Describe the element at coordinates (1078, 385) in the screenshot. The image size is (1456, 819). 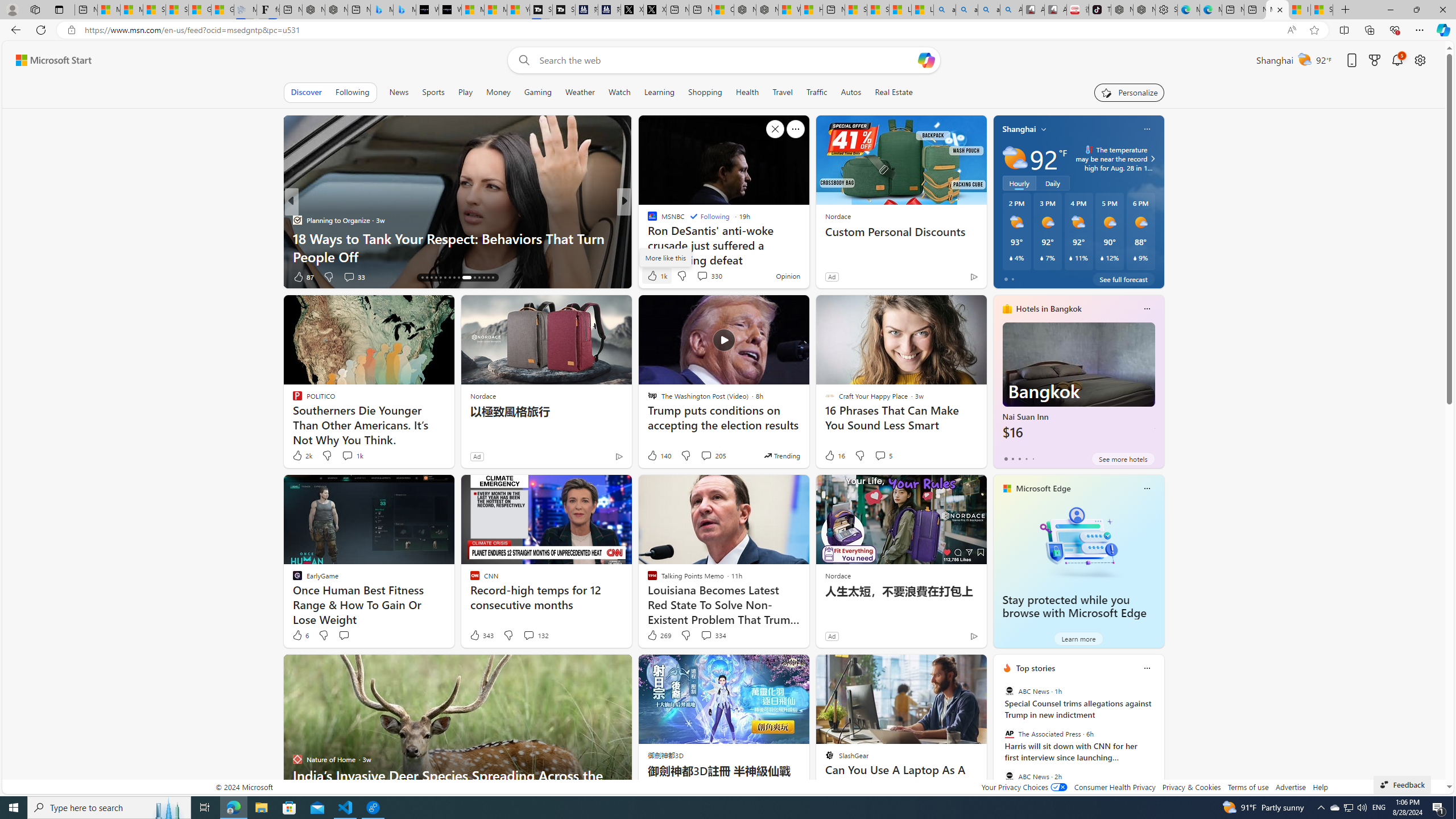
I see `'Nai Suan Inn'` at that location.